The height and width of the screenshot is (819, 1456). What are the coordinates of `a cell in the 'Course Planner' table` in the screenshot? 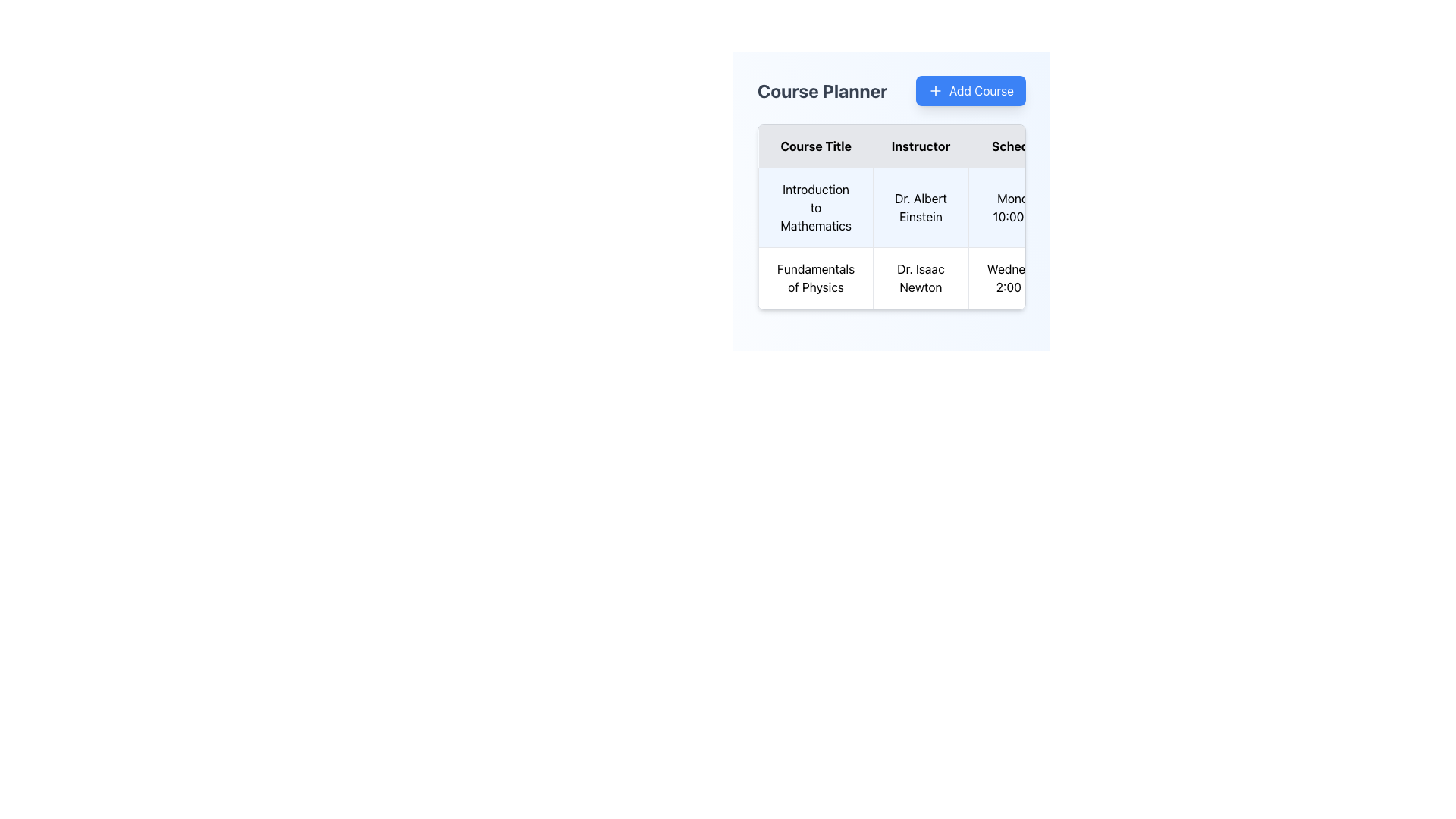 It's located at (892, 216).